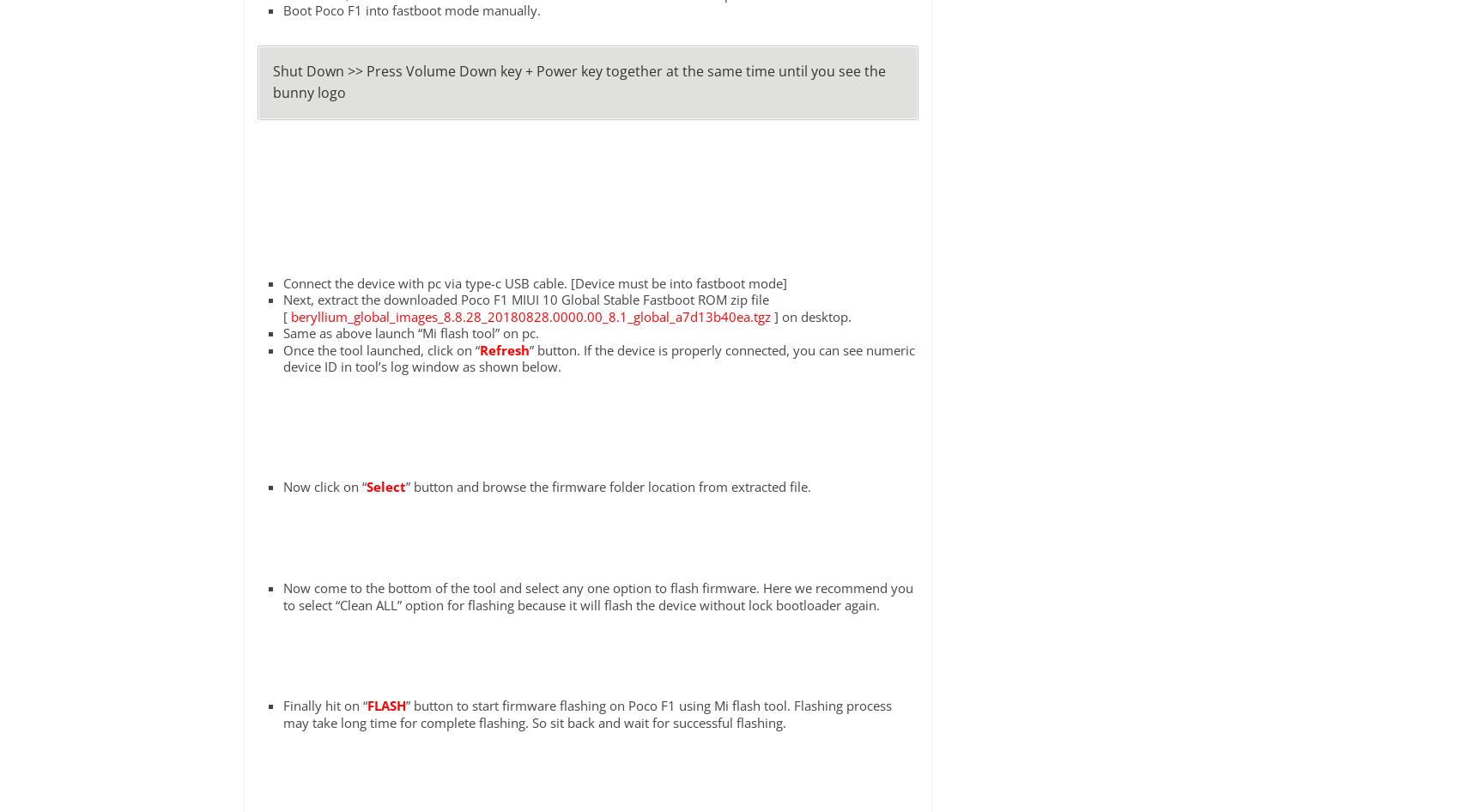 The width and height of the screenshot is (1467, 812). I want to click on 'Same as above launch “Mi flash tool” on pc.', so click(409, 332).